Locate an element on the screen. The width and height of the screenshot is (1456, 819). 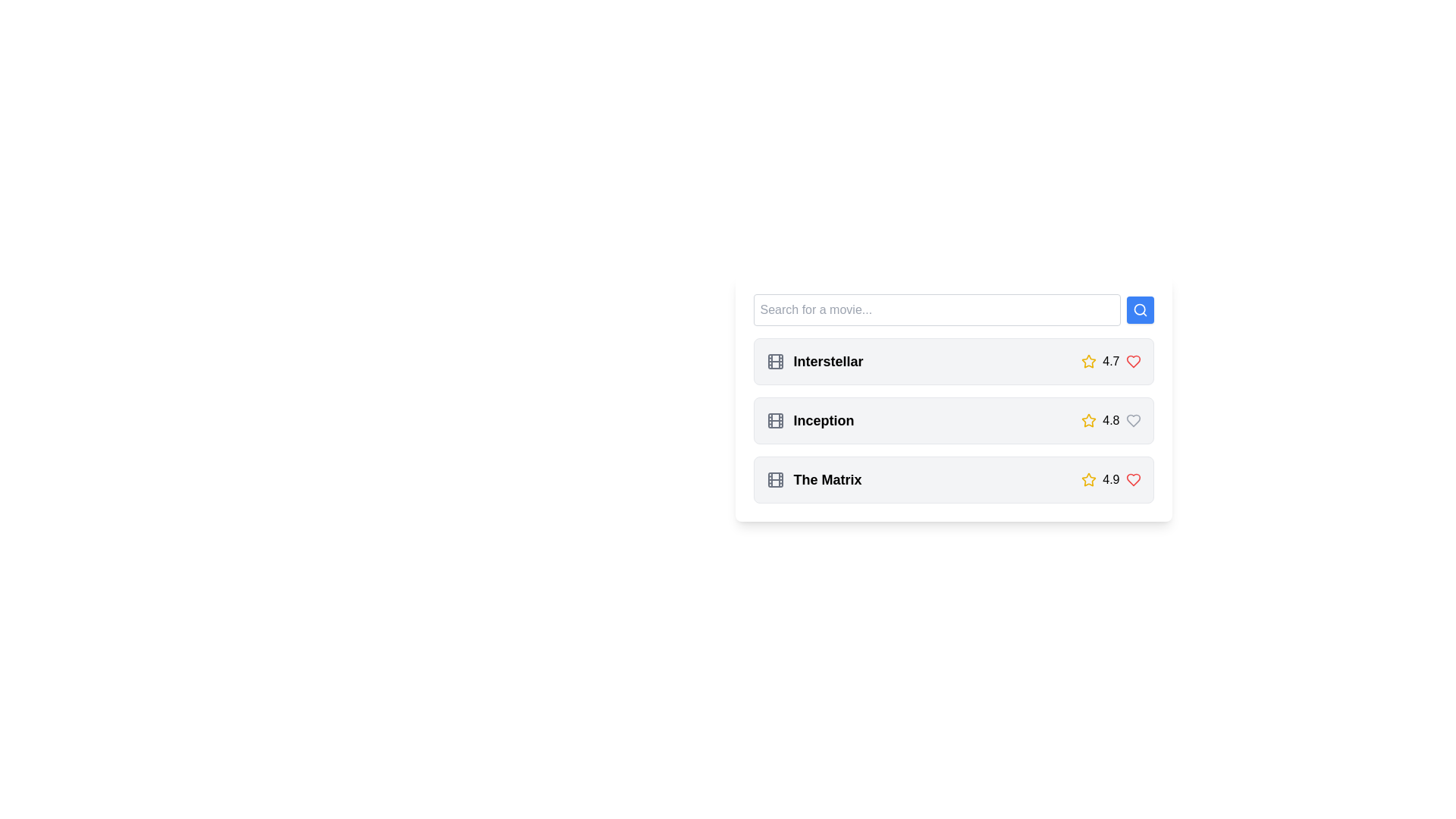
the star icon representing the rating for the movie 'Inception', located beside its rating value '4.8' is located at coordinates (1088, 420).